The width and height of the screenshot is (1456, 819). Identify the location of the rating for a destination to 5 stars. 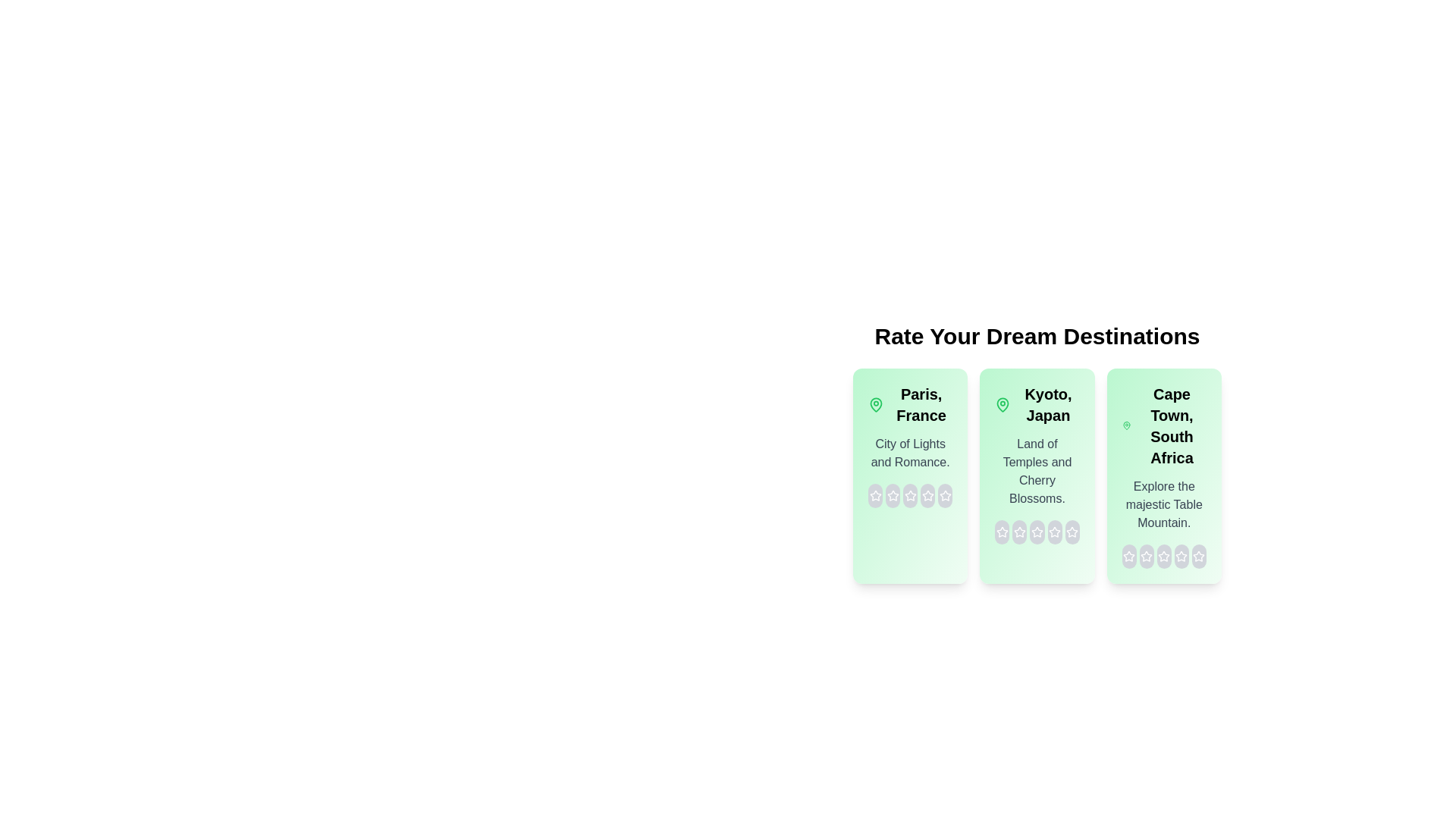
(944, 496).